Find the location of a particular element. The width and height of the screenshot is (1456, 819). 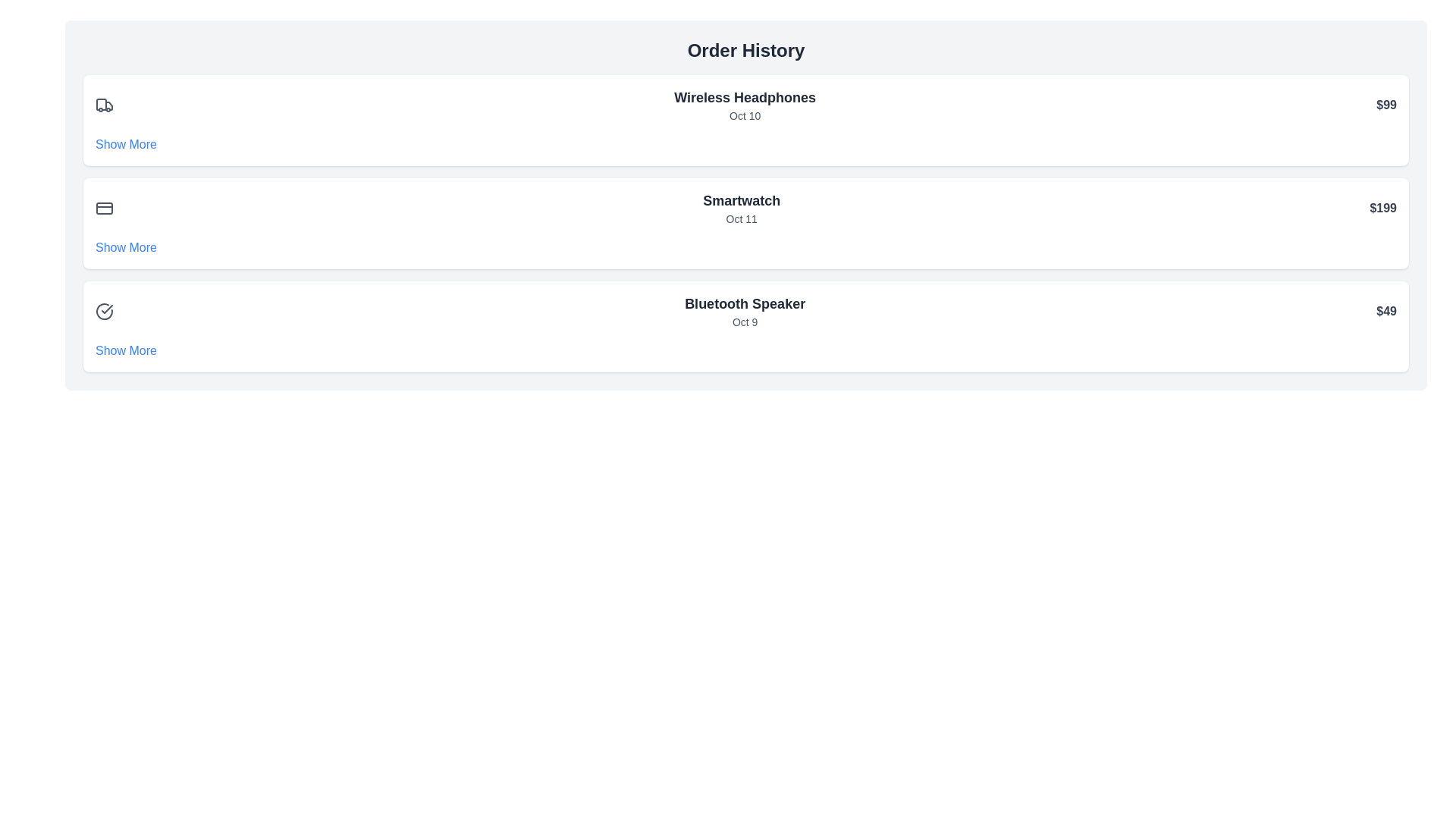

text label displaying '$99' in bold gray font, which is positioned at the top-right of the list item for 'Wireless Headphones' is located at coordinates (1386, 104).